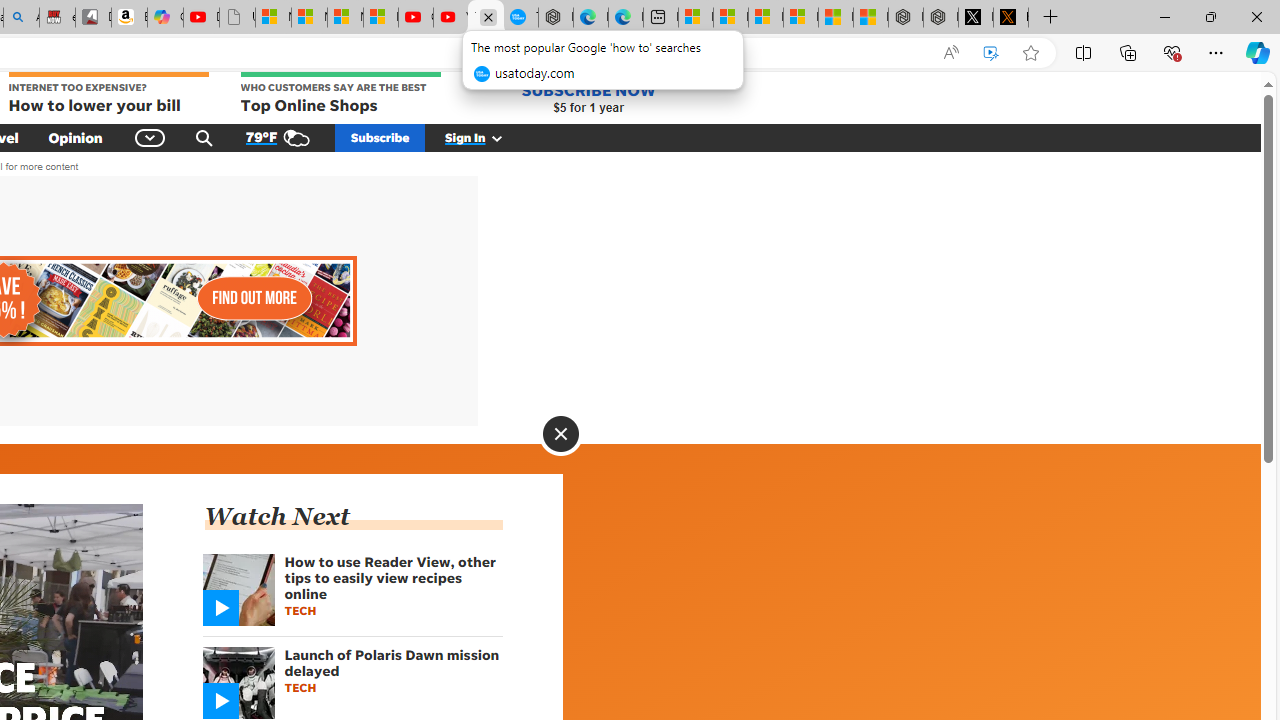  Describe the element at coordinates (976, 17) in the screenshot. I see `'Nordace (@NordaceOfficial) / X'` at that location.